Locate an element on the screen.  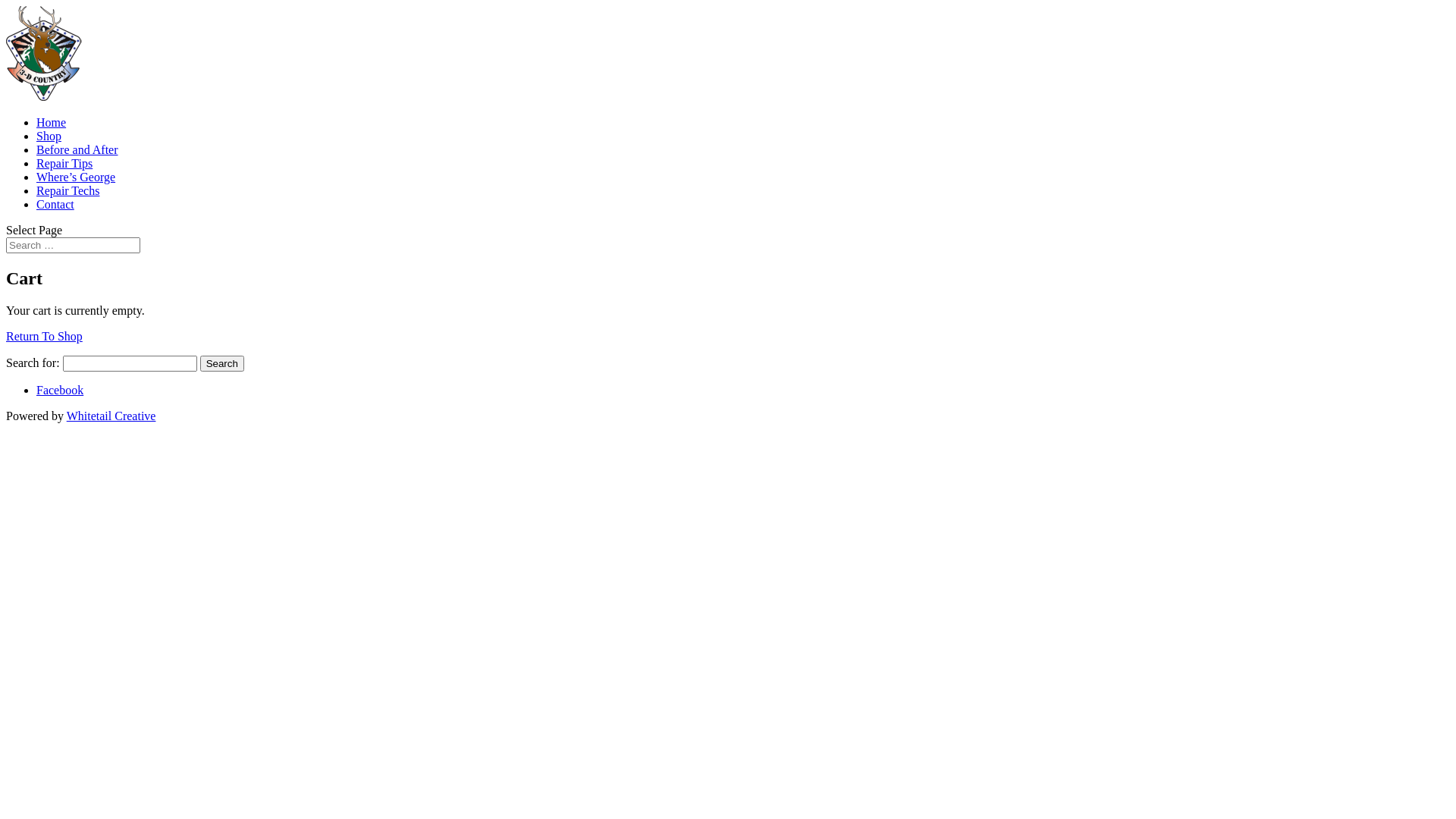
'Facebook' is located at coordinates (59, 389).